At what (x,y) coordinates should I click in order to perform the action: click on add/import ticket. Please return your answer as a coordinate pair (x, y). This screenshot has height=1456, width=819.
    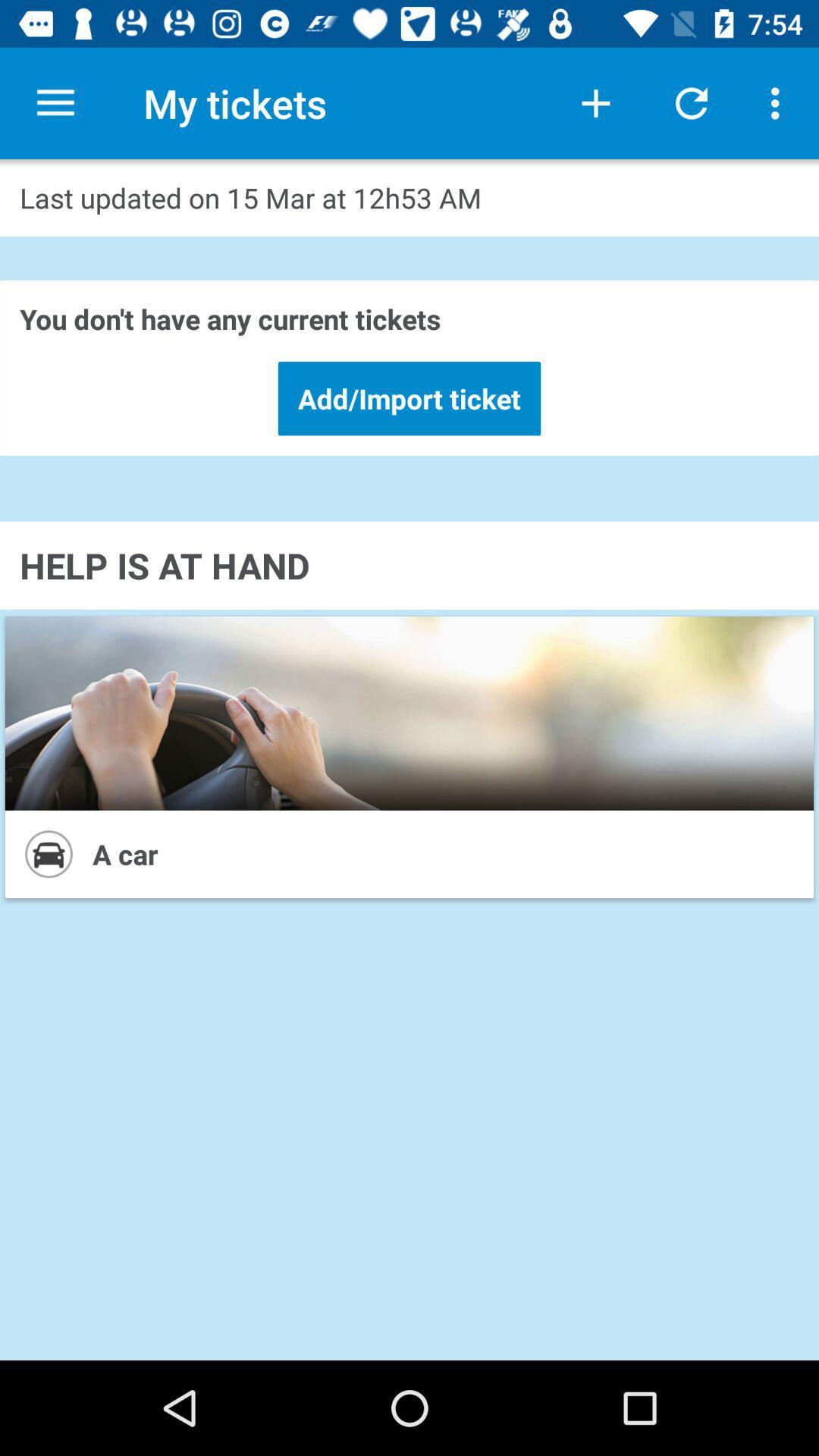
    Looking at the image, I should click on (409, 398).